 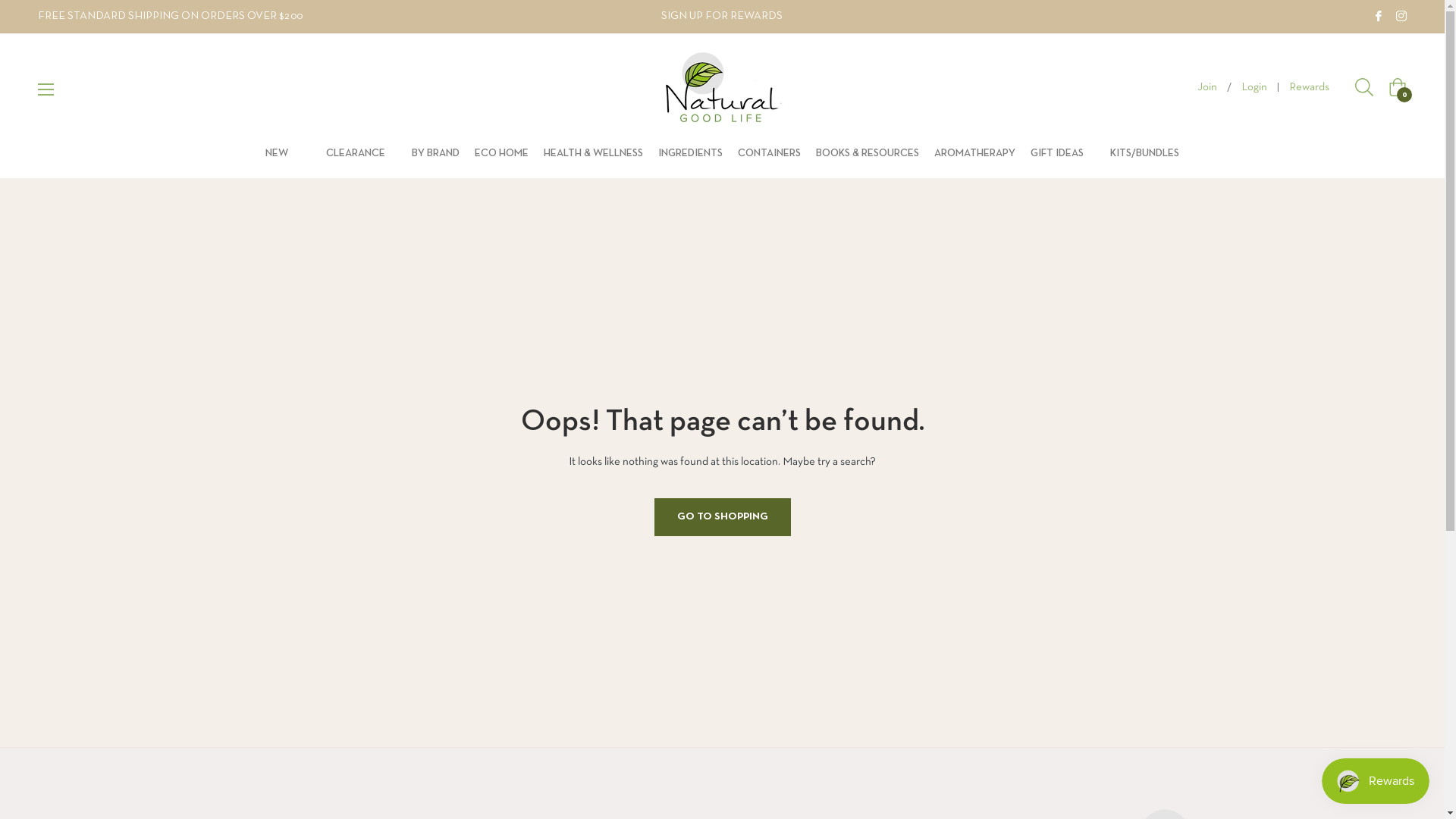 What do you see at coordinates (501, 153) in the screenshot?
I see `'ECO HOME'` at bounding box center [501, 153].